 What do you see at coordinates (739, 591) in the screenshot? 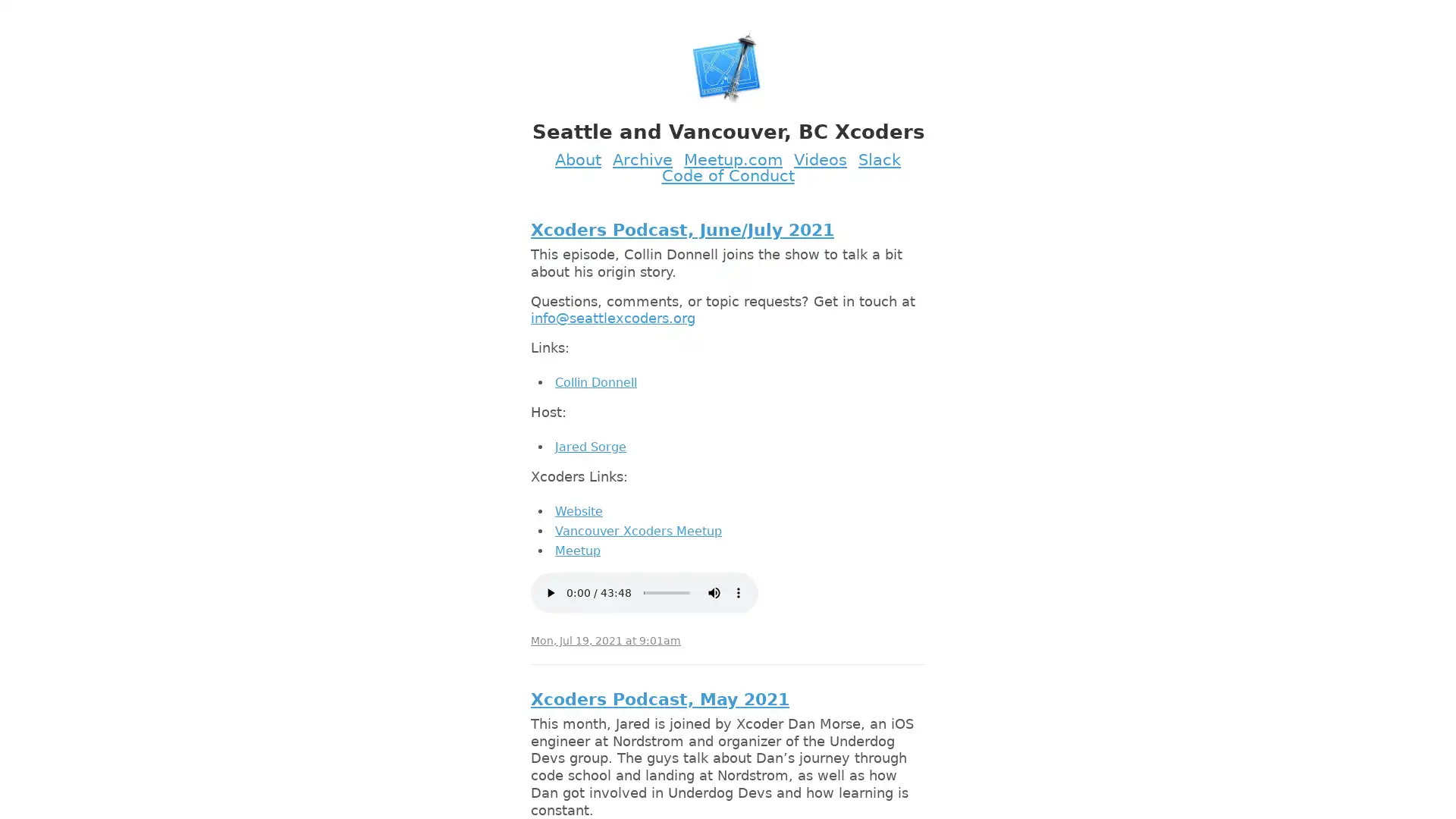
I see `show more media controls` at bounding box center [739, 591].